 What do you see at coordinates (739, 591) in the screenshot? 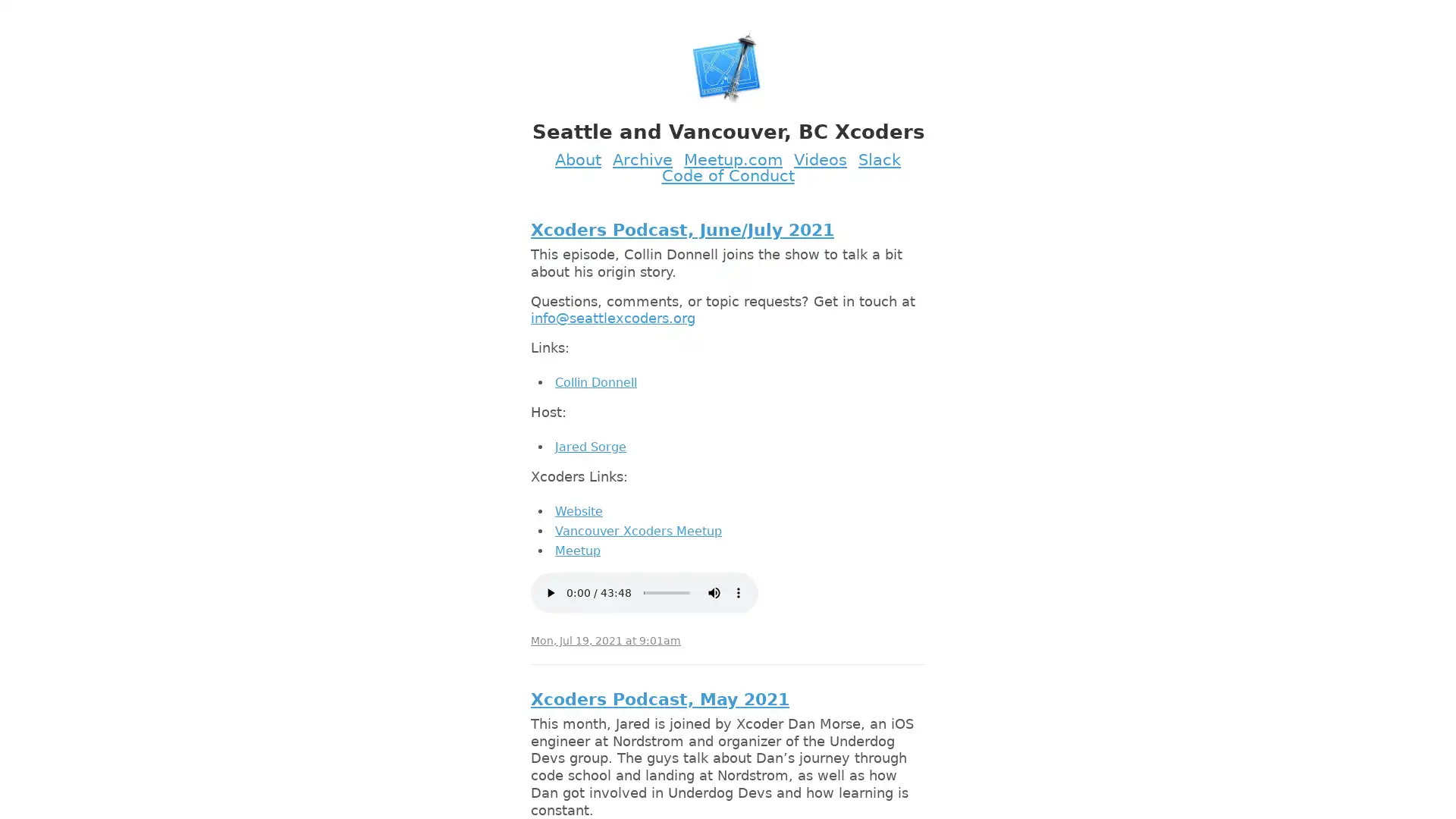
I see `show more media controls` at bounding box center [739, 591].